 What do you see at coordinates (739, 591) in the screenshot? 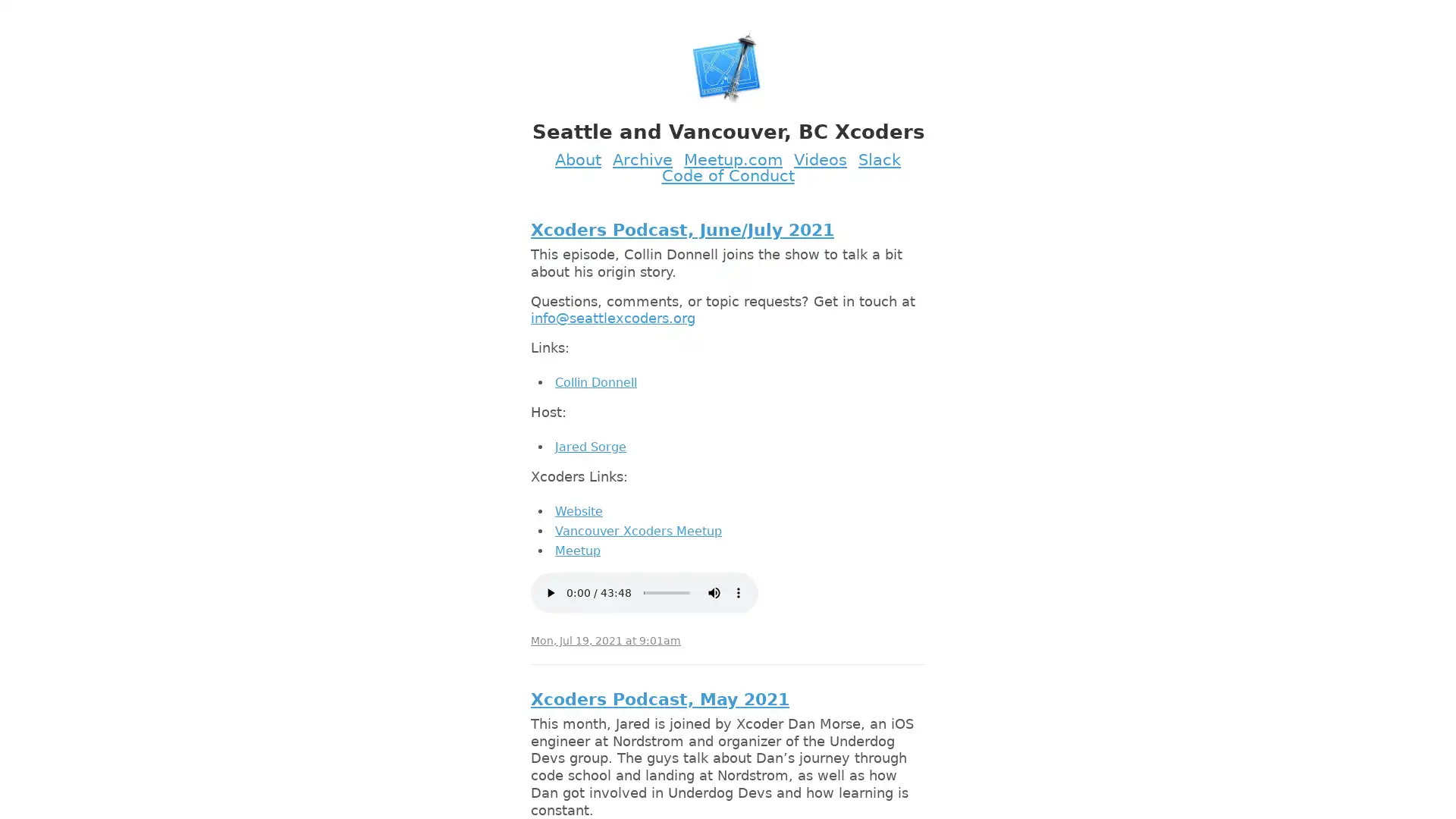
I see `show more media controls` at bounding box center [739, 591].